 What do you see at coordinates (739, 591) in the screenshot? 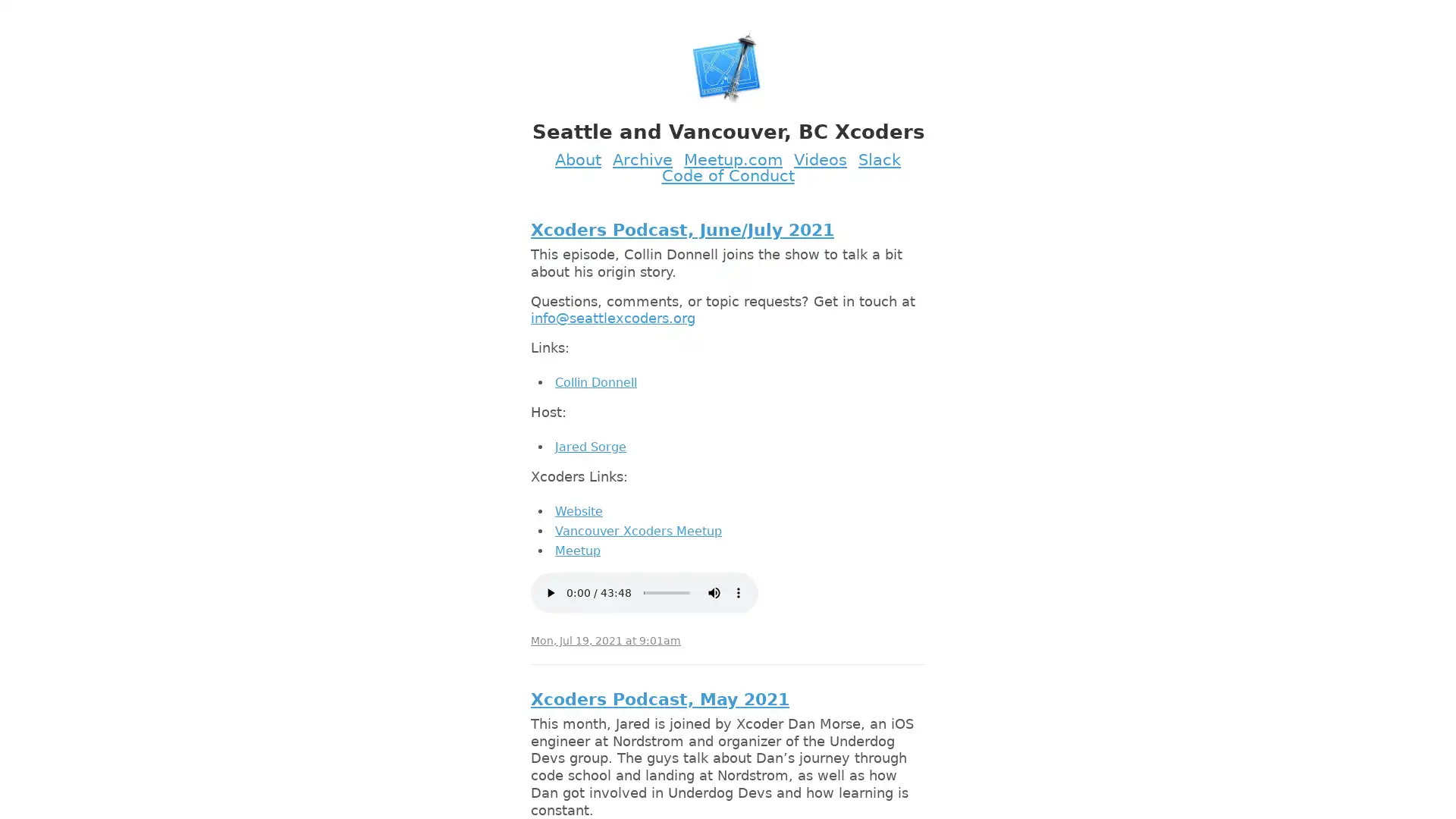
I see `show more media controls` at bounding box center [739, 591].